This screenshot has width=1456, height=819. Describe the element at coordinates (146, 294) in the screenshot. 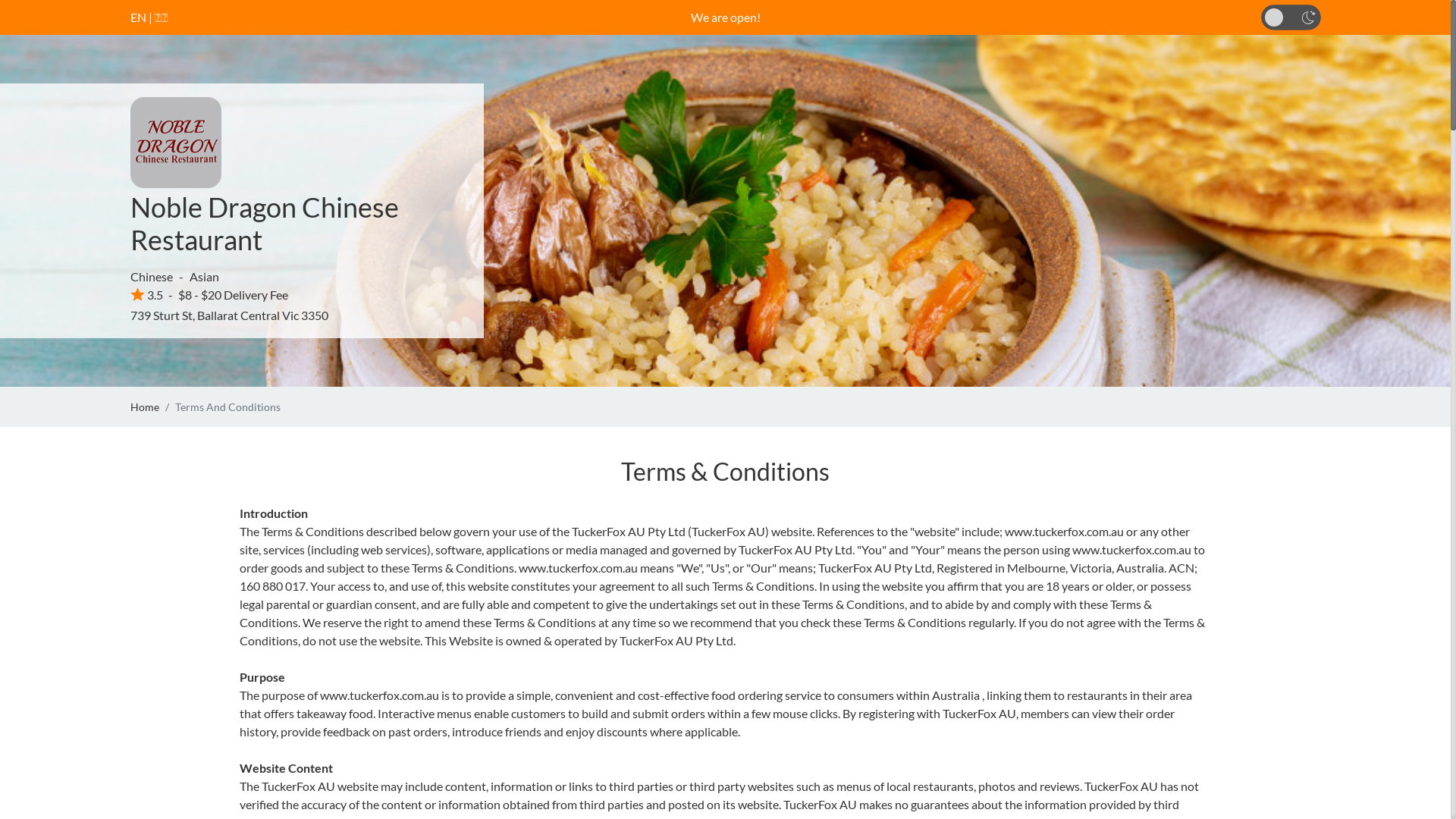

I see `'3.5'` at that location.